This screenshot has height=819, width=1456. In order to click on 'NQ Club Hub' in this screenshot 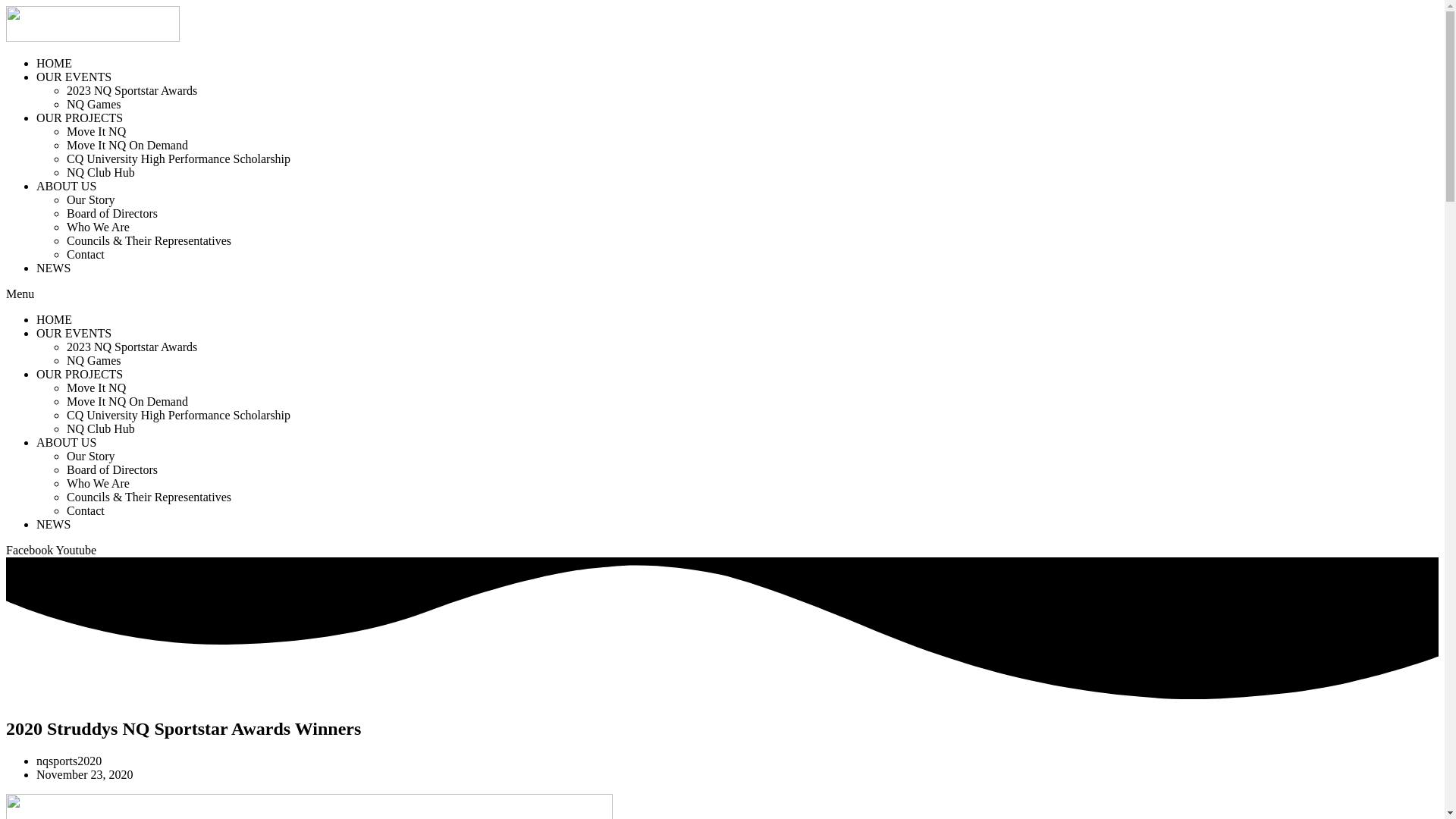, I will do `click(100, 171)`.